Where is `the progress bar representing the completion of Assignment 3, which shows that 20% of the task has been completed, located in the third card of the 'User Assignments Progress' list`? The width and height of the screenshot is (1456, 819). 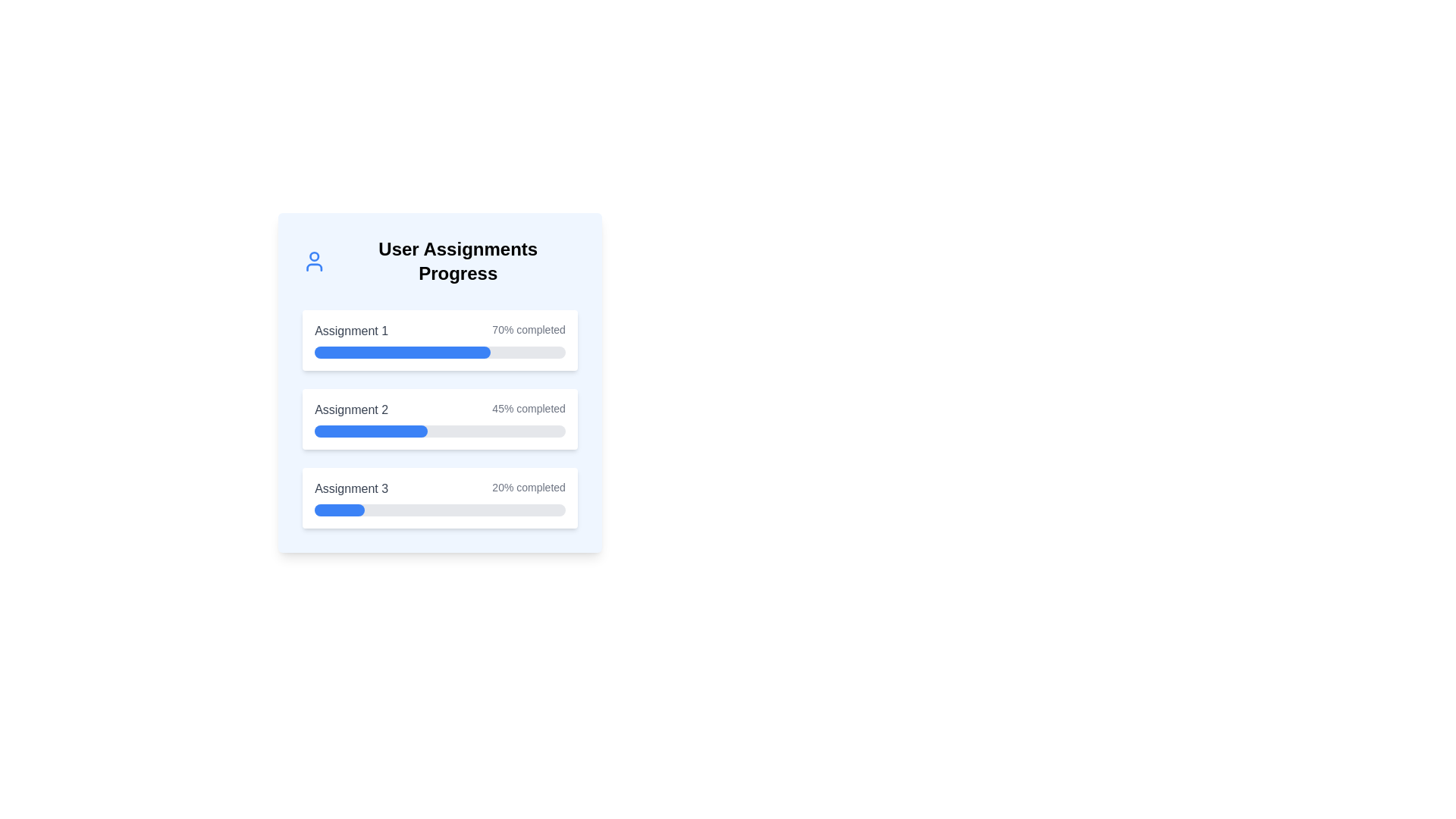
the progress bar representing the completion of Assignment 3, which shows that 20% of the task has been completed, located in the third card of the 'User Assignments Progress' list is located at coordinates (439, 510).